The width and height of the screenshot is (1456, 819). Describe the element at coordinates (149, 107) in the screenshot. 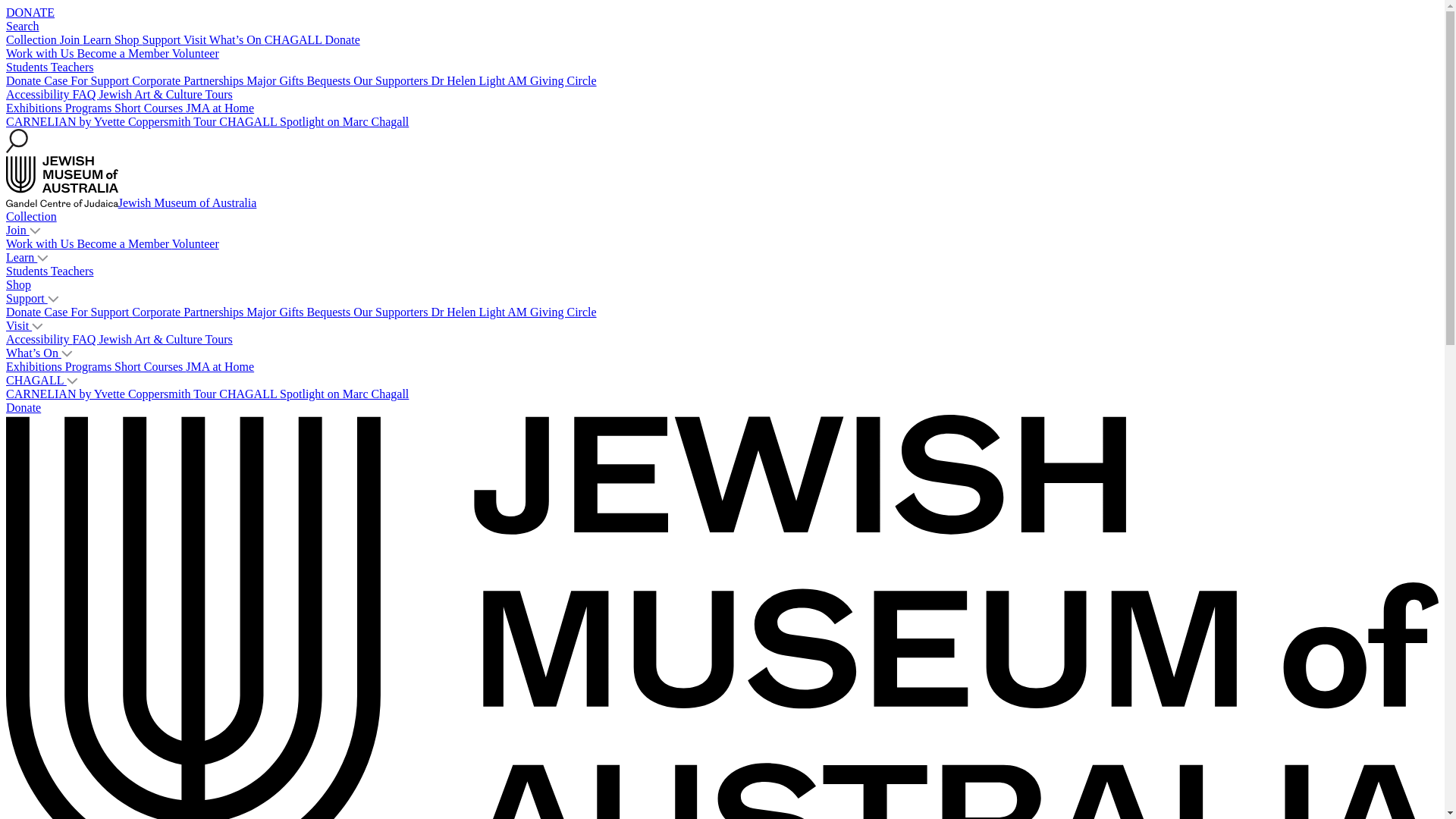

I see `'Short Courses'` at that location.